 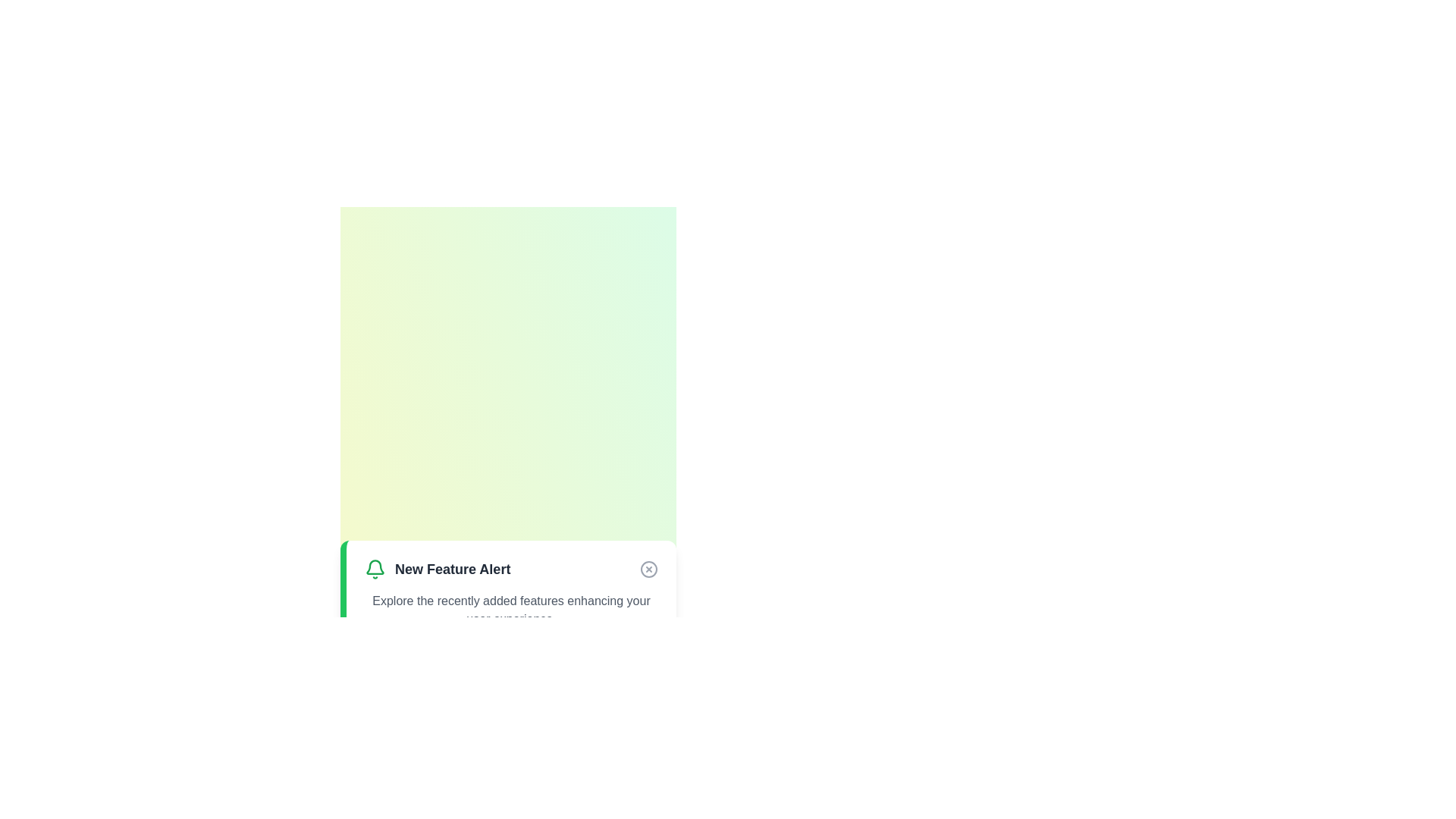 I want to click on static text displaying 'Explore the recently added features enhancing your user experience.' located below the bold header 'New Feature Alert', so click(x=511, y=610).